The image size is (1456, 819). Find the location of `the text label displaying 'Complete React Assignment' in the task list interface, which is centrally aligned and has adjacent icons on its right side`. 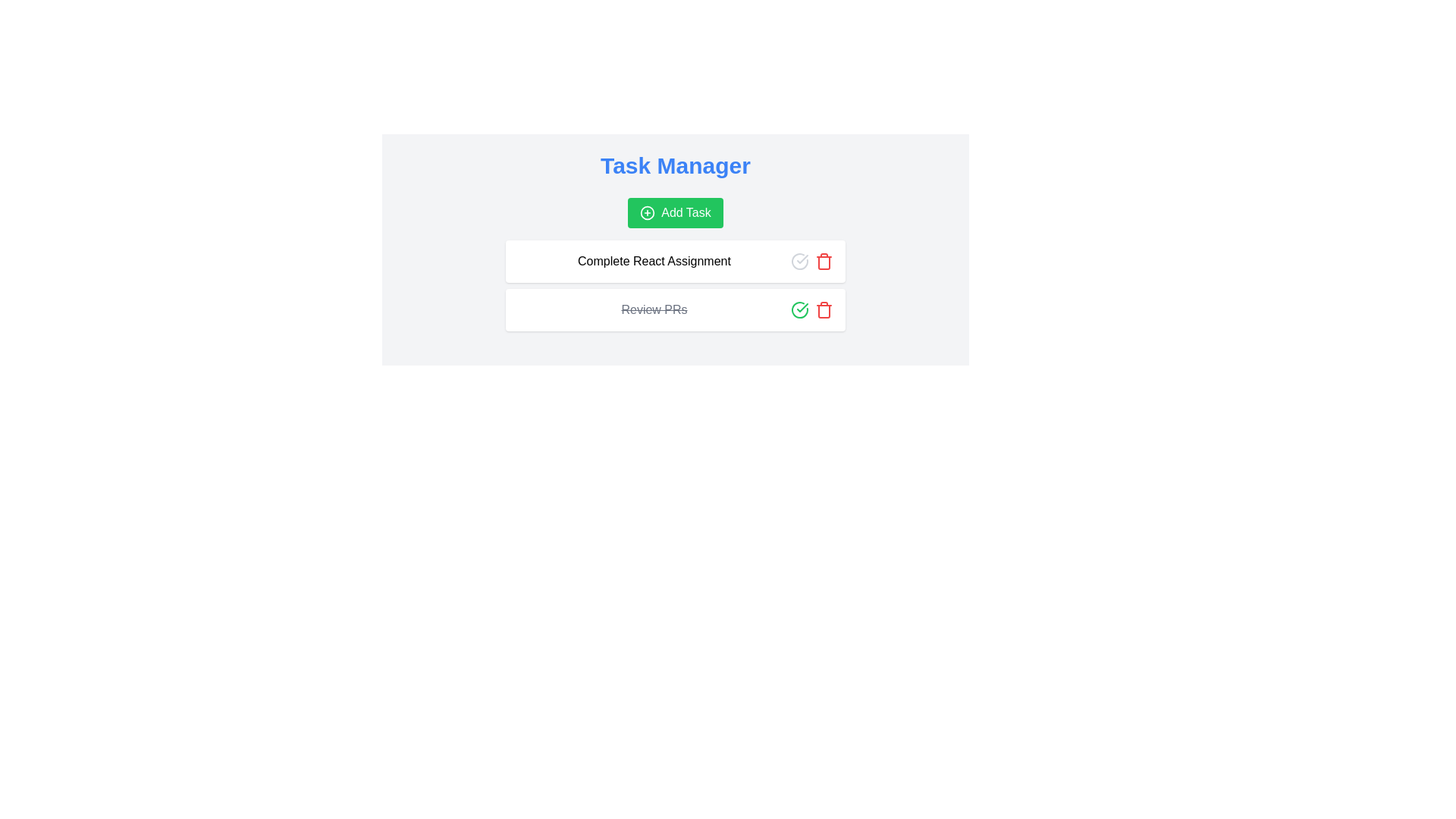

the text label displaying 'Complete React Assignment' in the task list interface, which is centrally aligned and has adjacent icons on its right side is located at coordinates (654, 260).